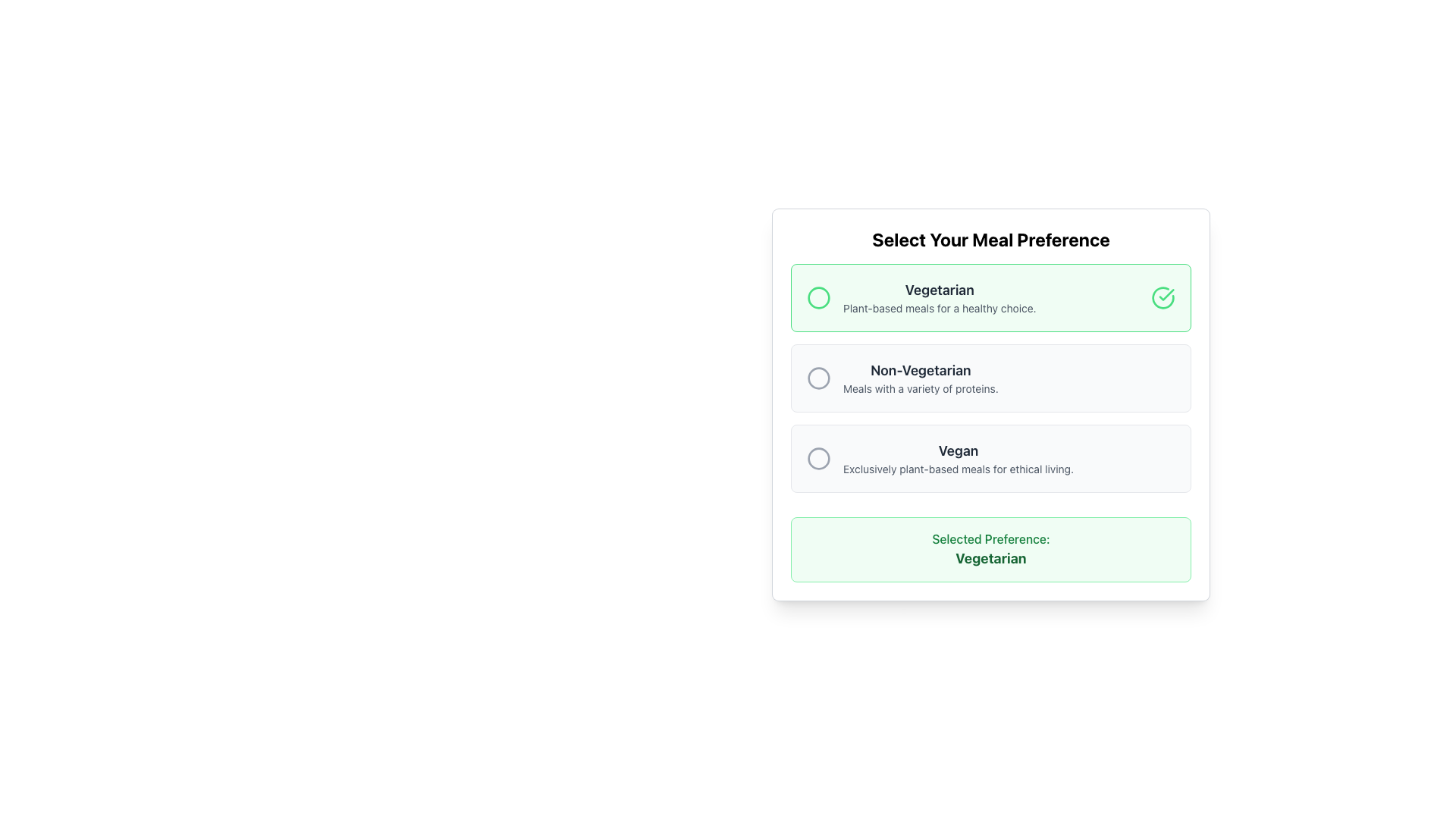 This screenshot has width=1456, height=819. Describe the element at coordinates (990, 377) in the screenshot. I see `the 'Non-Vegetarian' selectable list item` at that location.